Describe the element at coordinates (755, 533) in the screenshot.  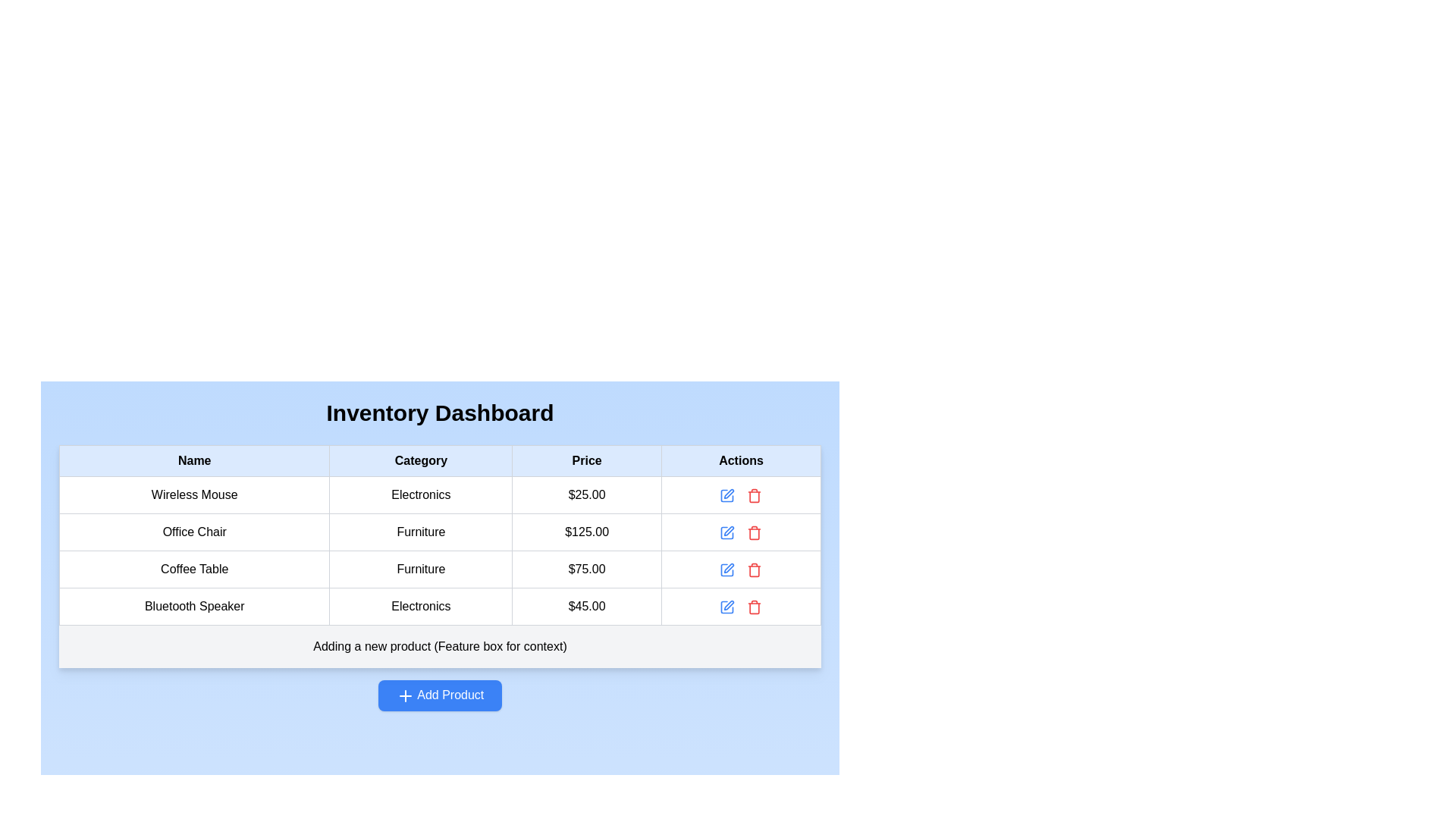
I see `the trash icon in the 'Actions' column` at that location.